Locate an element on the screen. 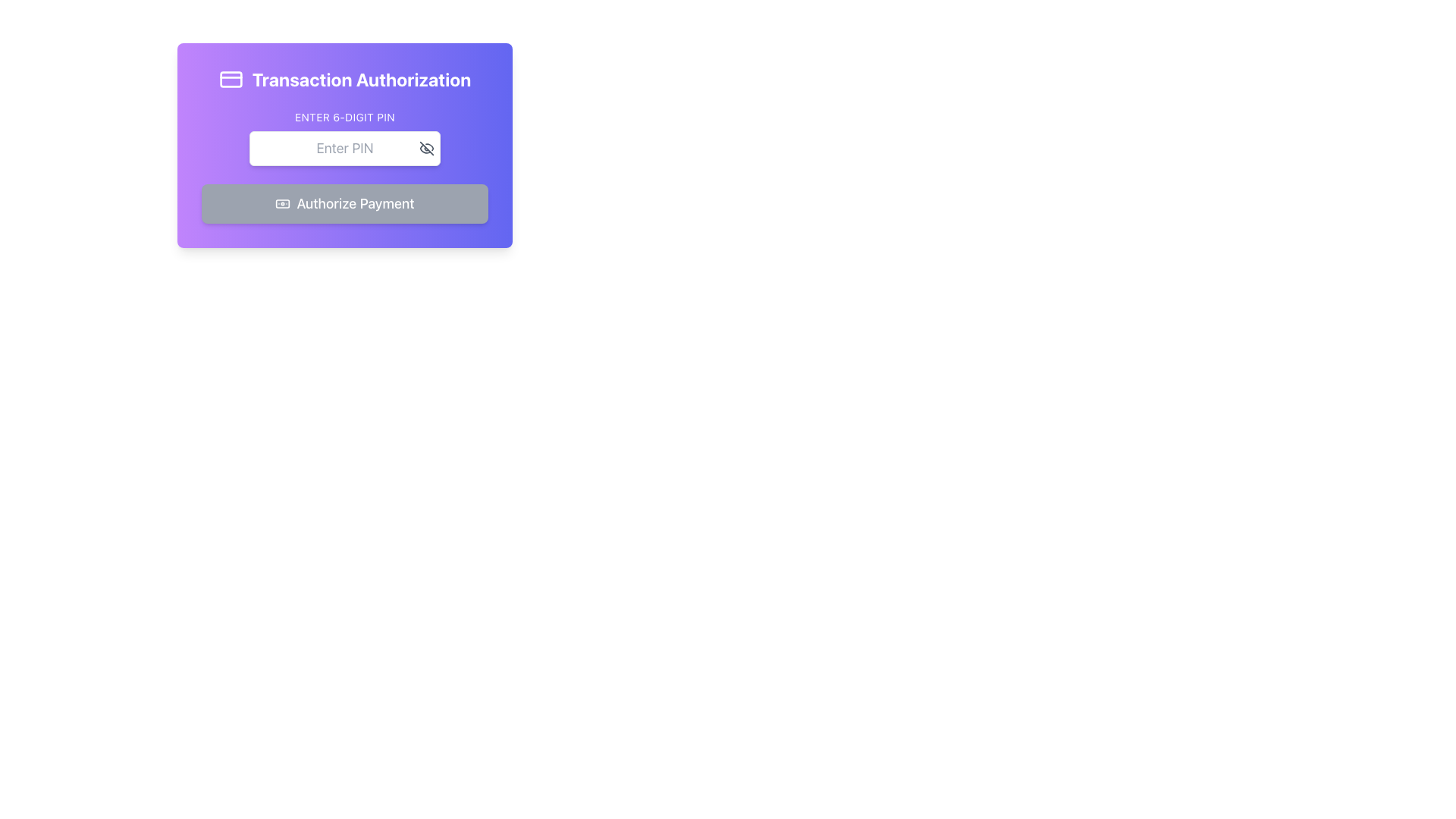  the purple rectangle icon located to the left of the 'Transaction Authorization' text in the header is located at coordinates (230, 79).